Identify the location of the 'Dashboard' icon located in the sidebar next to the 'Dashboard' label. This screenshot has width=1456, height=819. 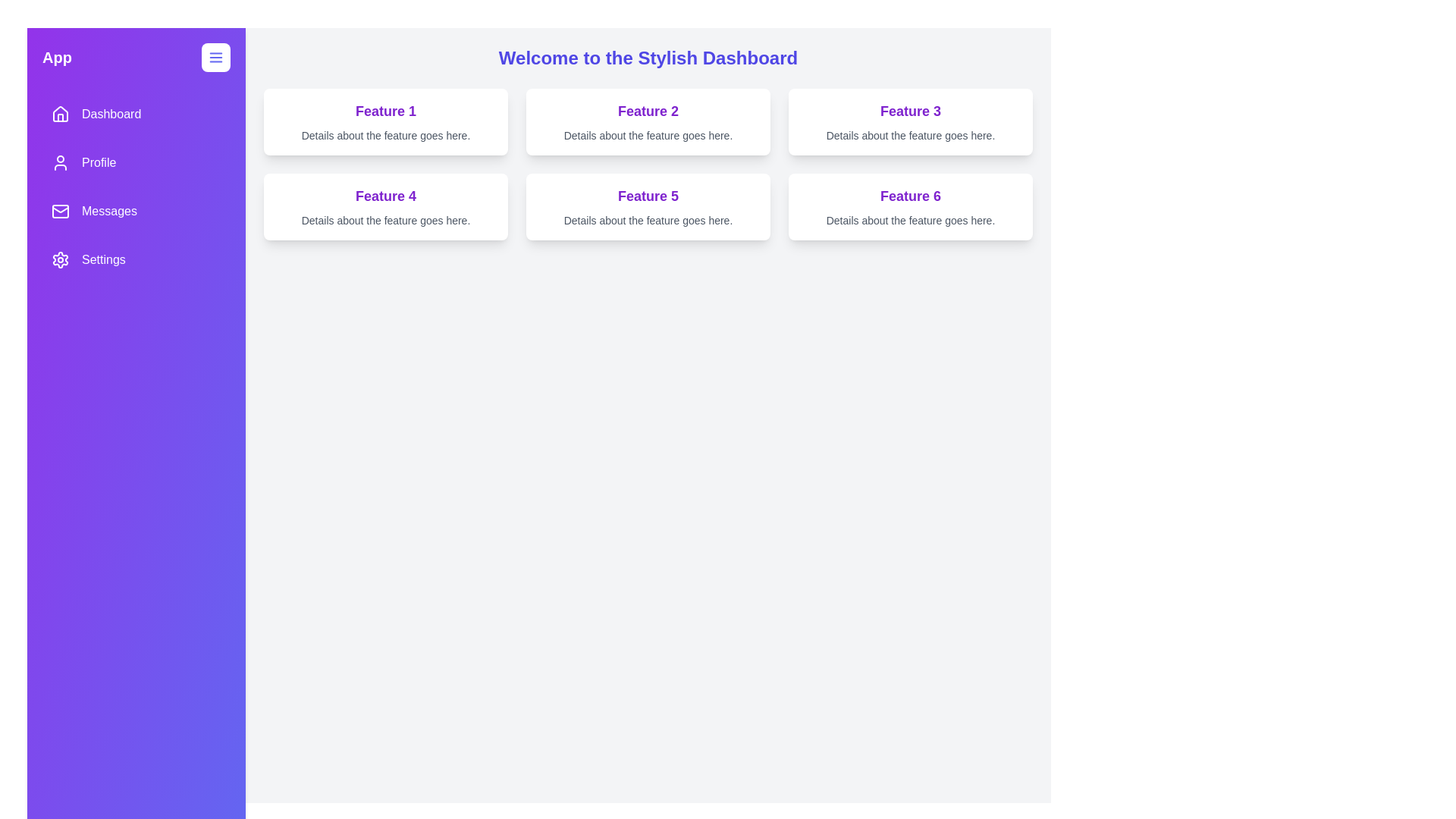
(61, 113).